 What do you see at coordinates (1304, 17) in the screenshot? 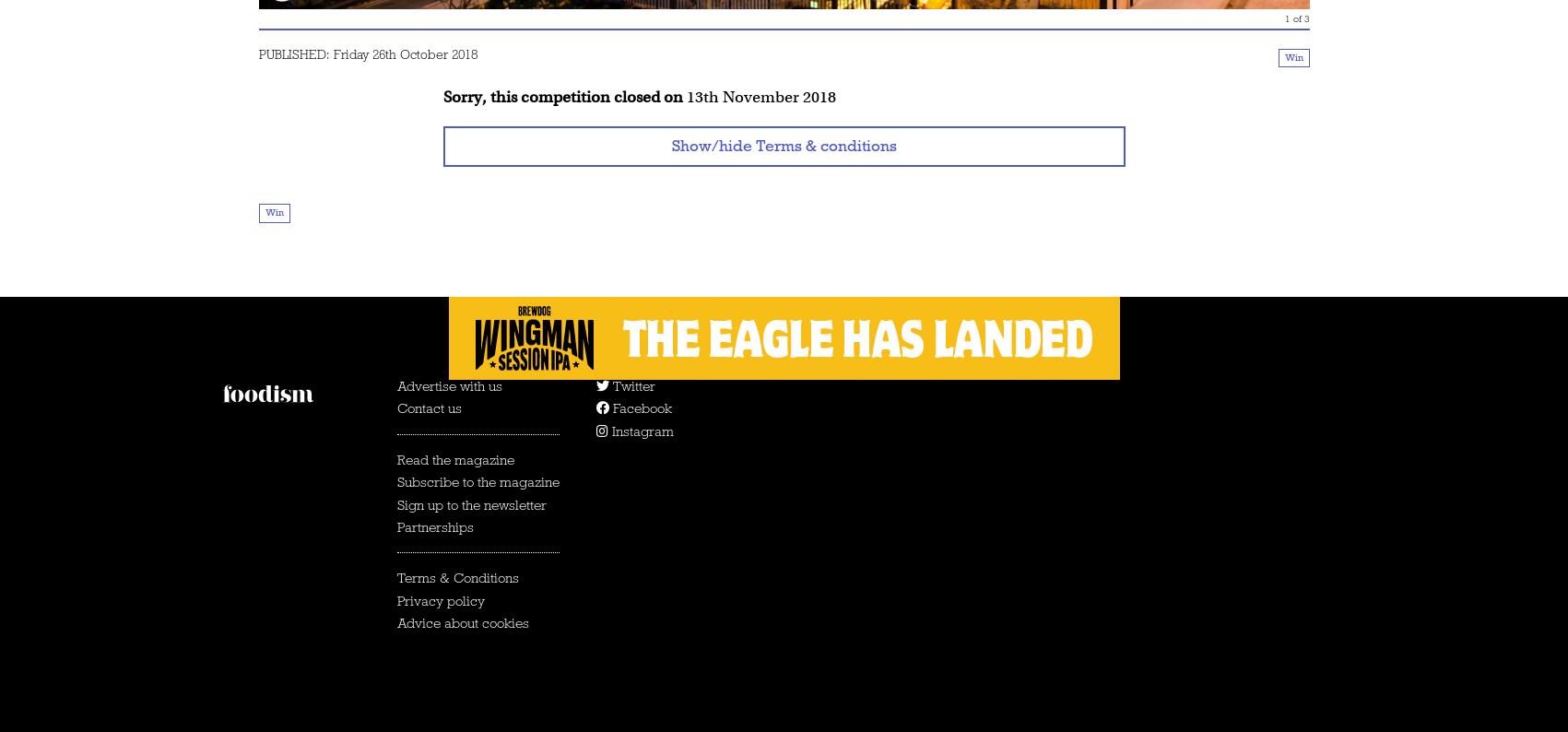
I see `'3'` at bounding box center [1304, 17].